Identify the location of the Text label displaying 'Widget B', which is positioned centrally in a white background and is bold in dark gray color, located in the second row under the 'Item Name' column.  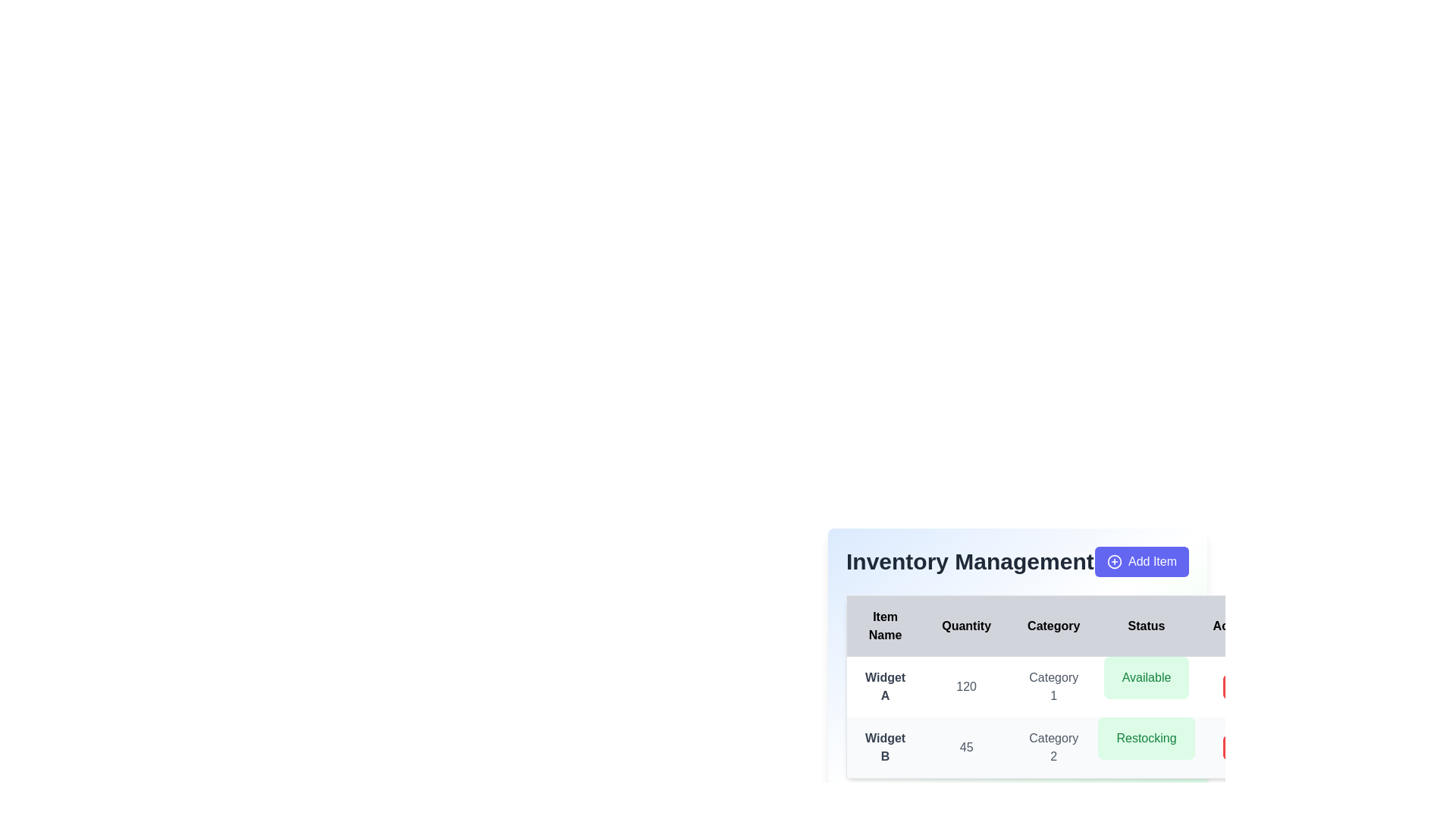
(885, 747).